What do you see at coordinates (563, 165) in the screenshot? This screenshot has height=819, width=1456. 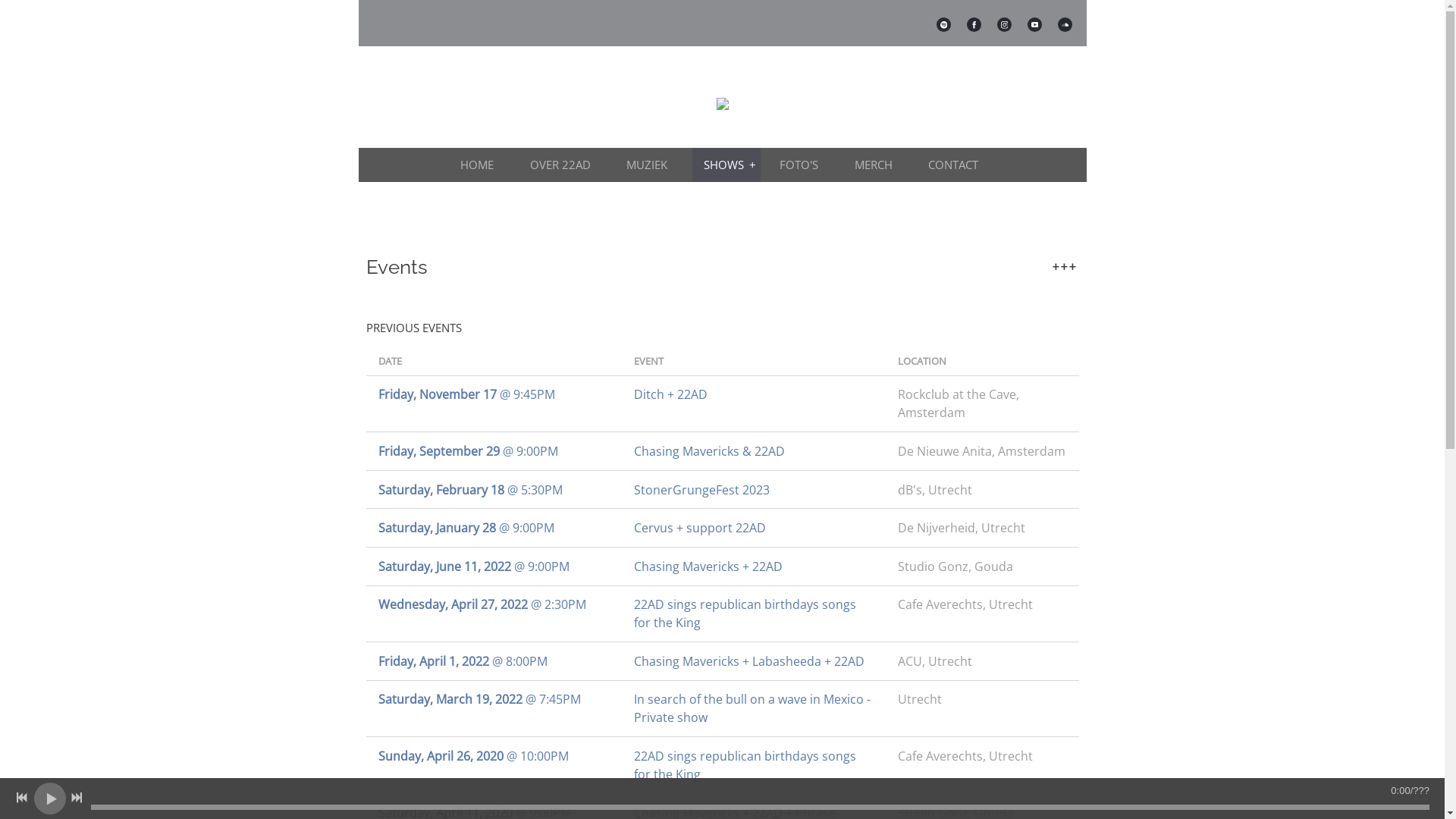 I see `'OVER 22AD'` at bounding box center [563, 165].